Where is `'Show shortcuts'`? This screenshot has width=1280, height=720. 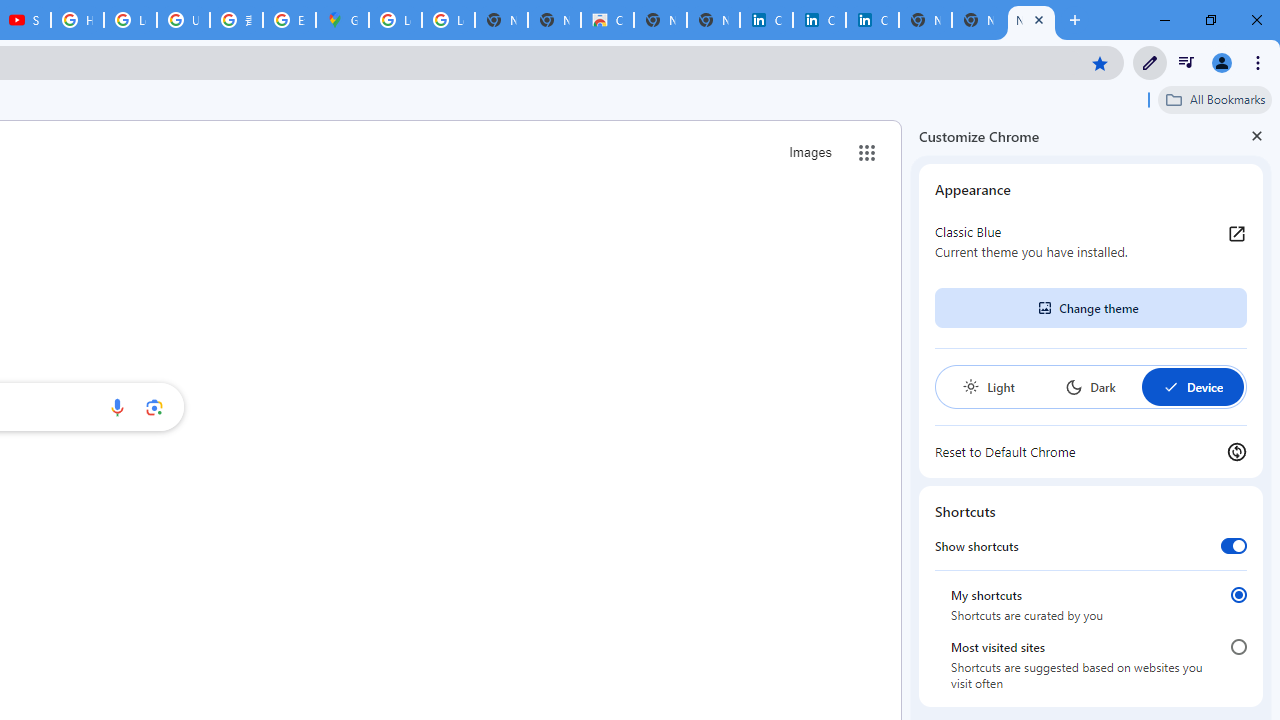
'Show shortcuts' is located at coordinates (1232, 545).